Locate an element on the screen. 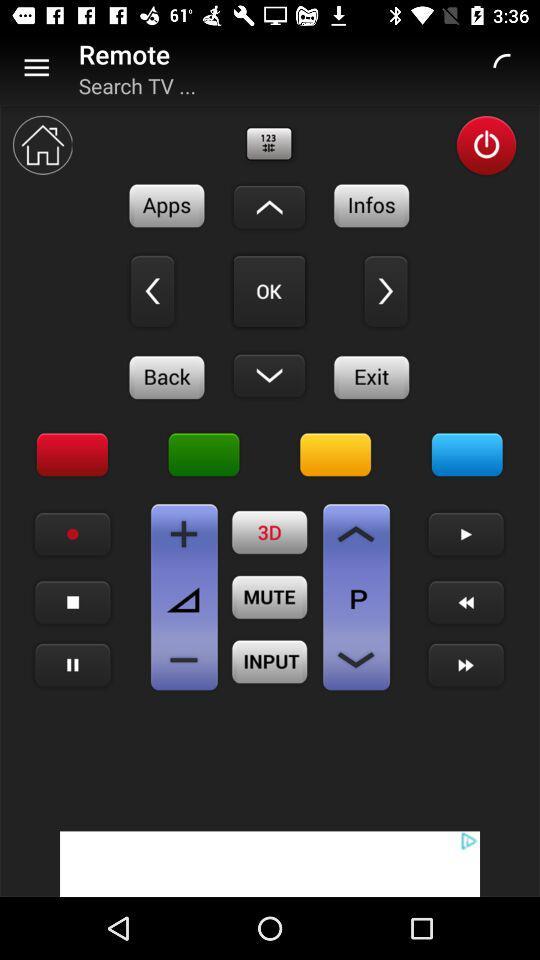 This screenshot has height=960, width=540. down arrow is located at coordinates (355, 533).